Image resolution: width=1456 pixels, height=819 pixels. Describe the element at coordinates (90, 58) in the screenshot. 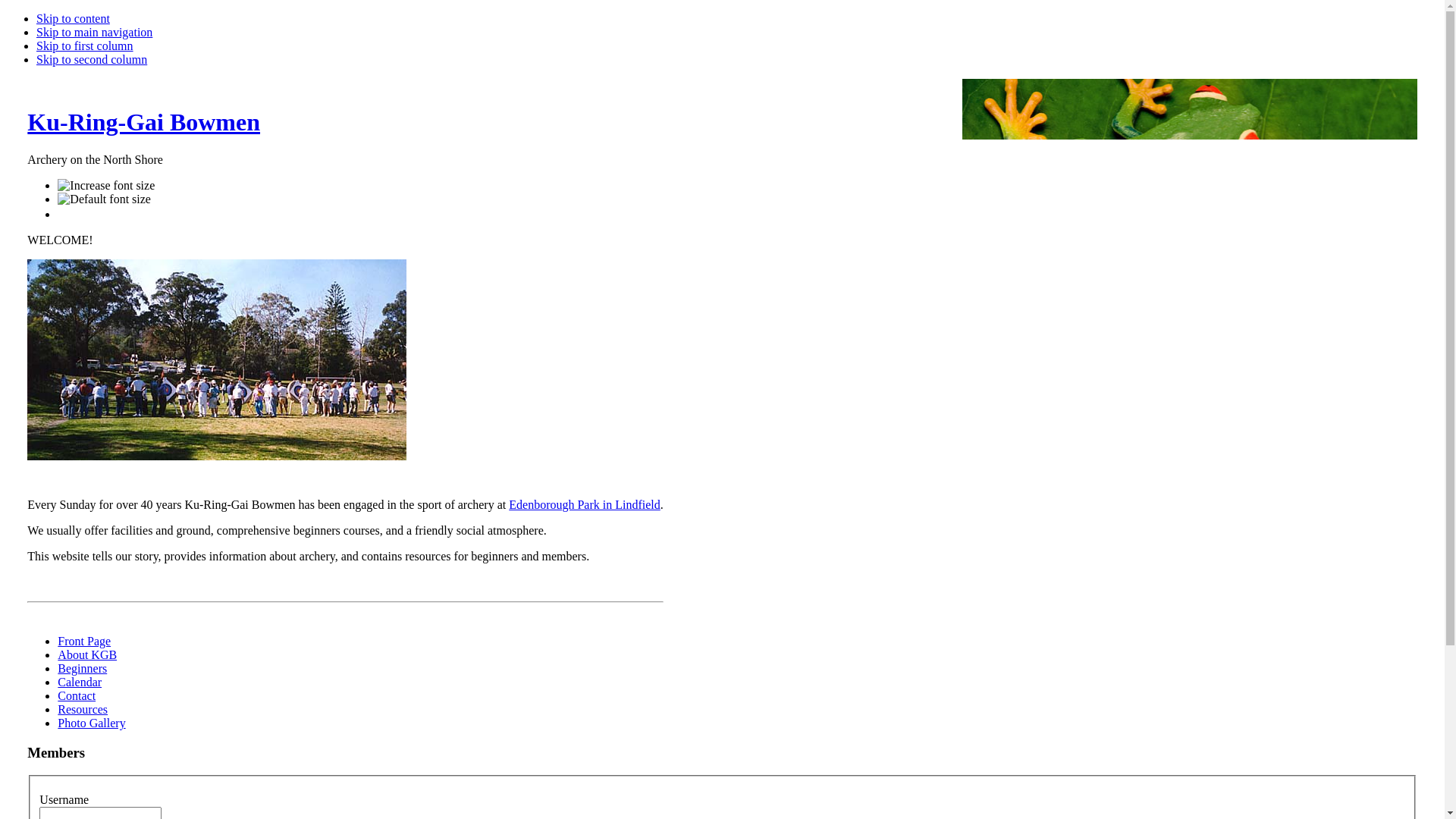

I see `'Skip to second column'` at that location.